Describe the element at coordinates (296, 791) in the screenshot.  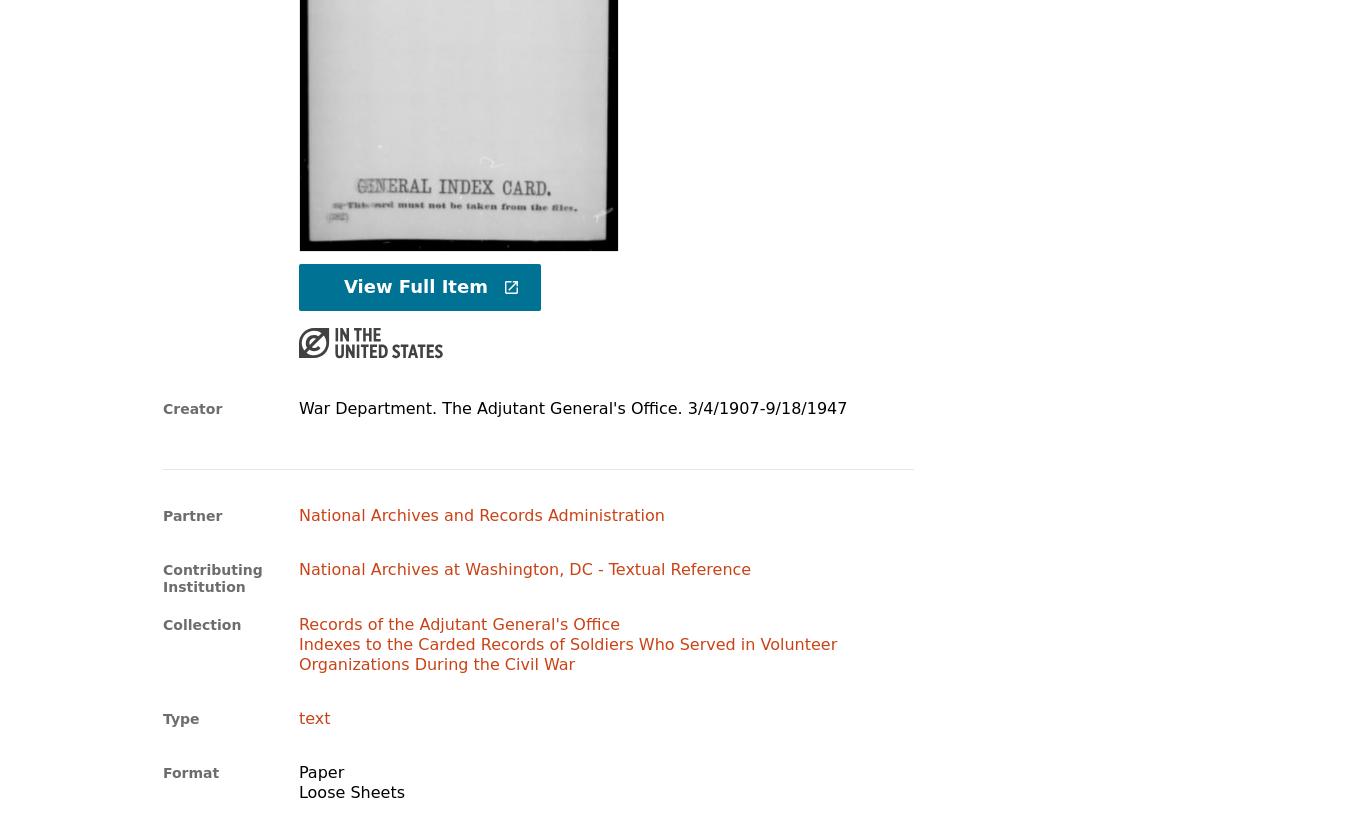
I see `'Loose Sheets'` at that location.